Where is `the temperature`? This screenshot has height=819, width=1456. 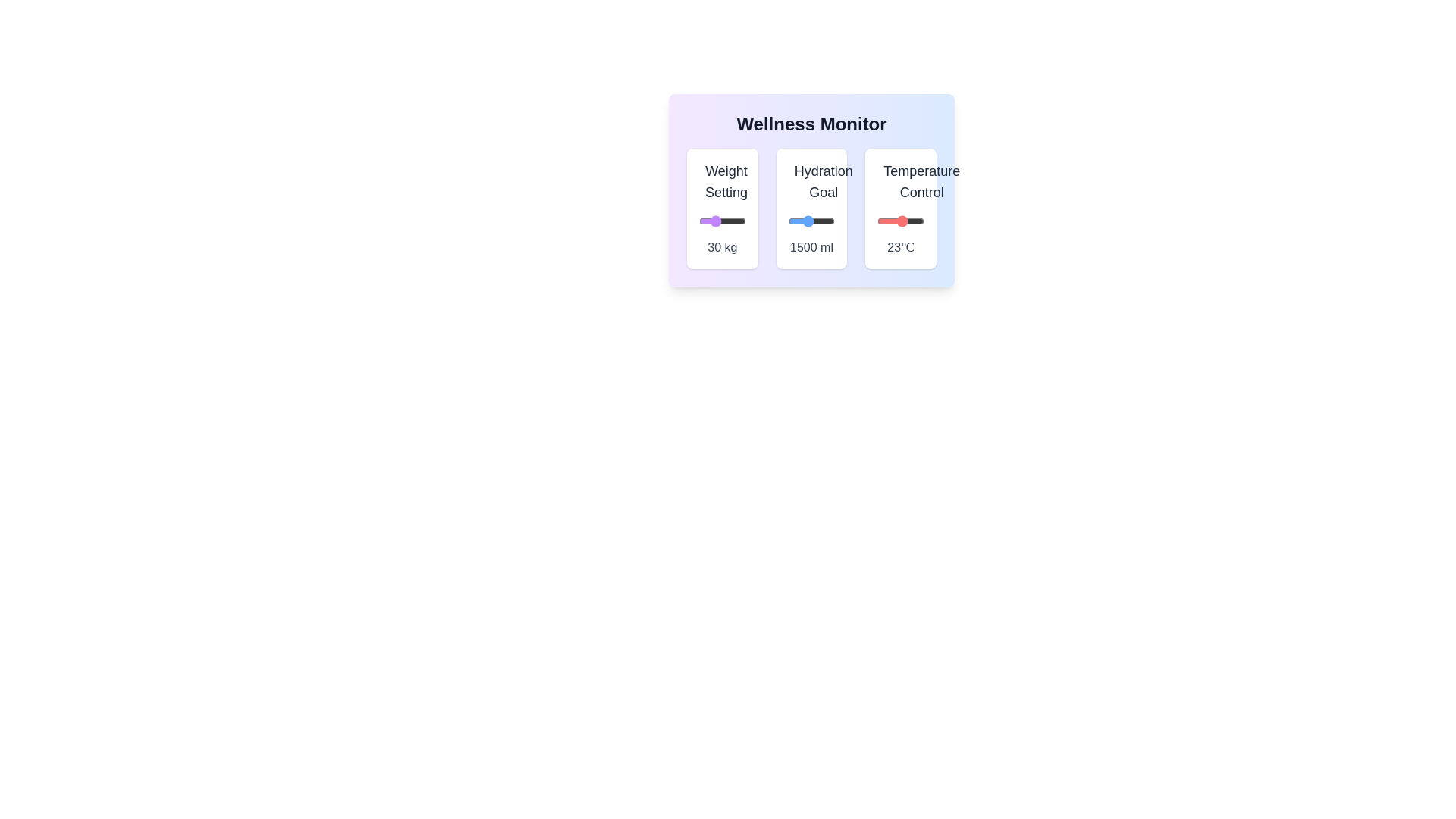 the temperature is located at coordinates (884, 221).